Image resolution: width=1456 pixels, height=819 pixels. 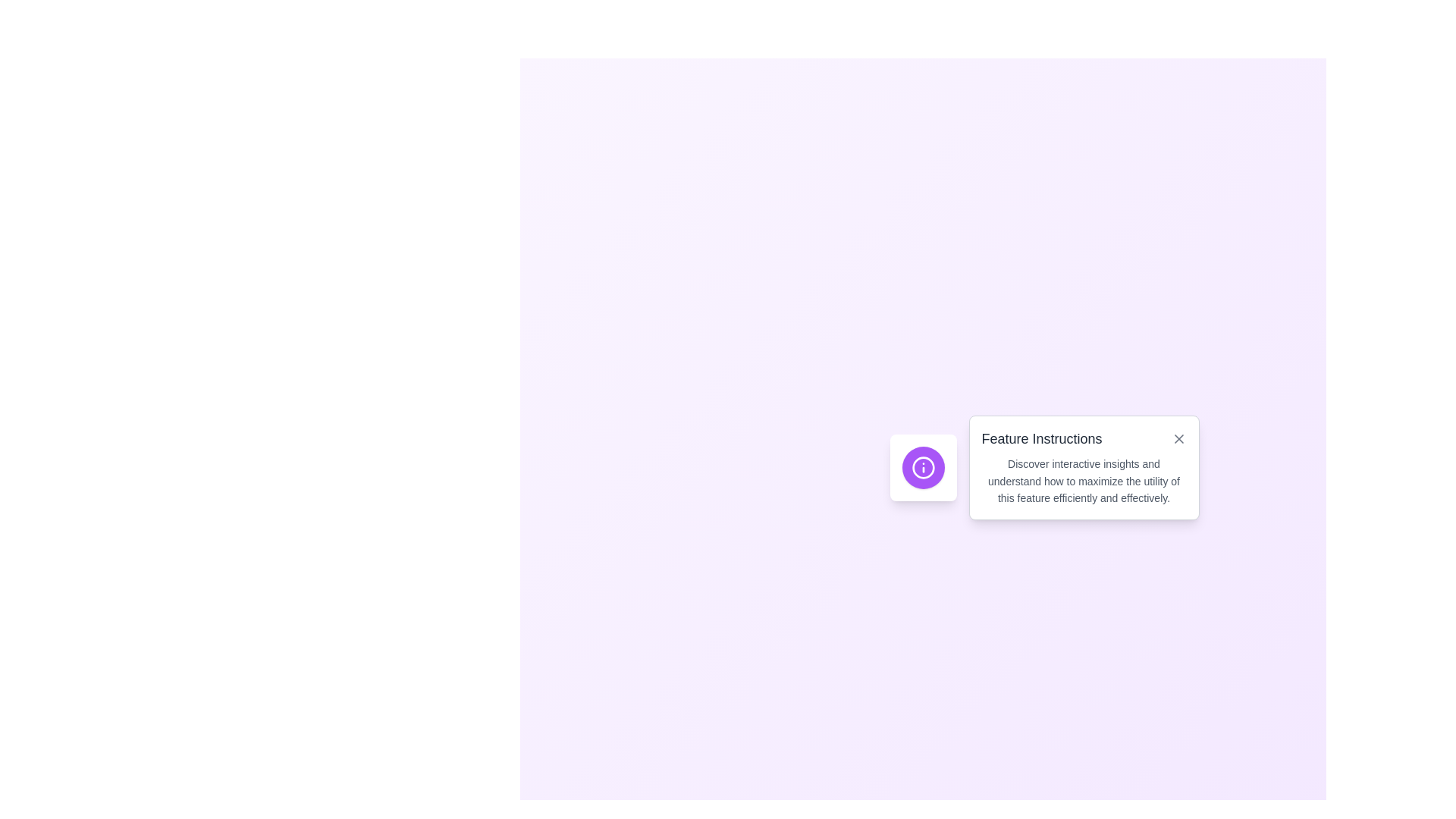 I want to click on the slanted cross-like icon located at the top-right corner of the 'Feature Instructions' card, so click(x=1178, y=438).